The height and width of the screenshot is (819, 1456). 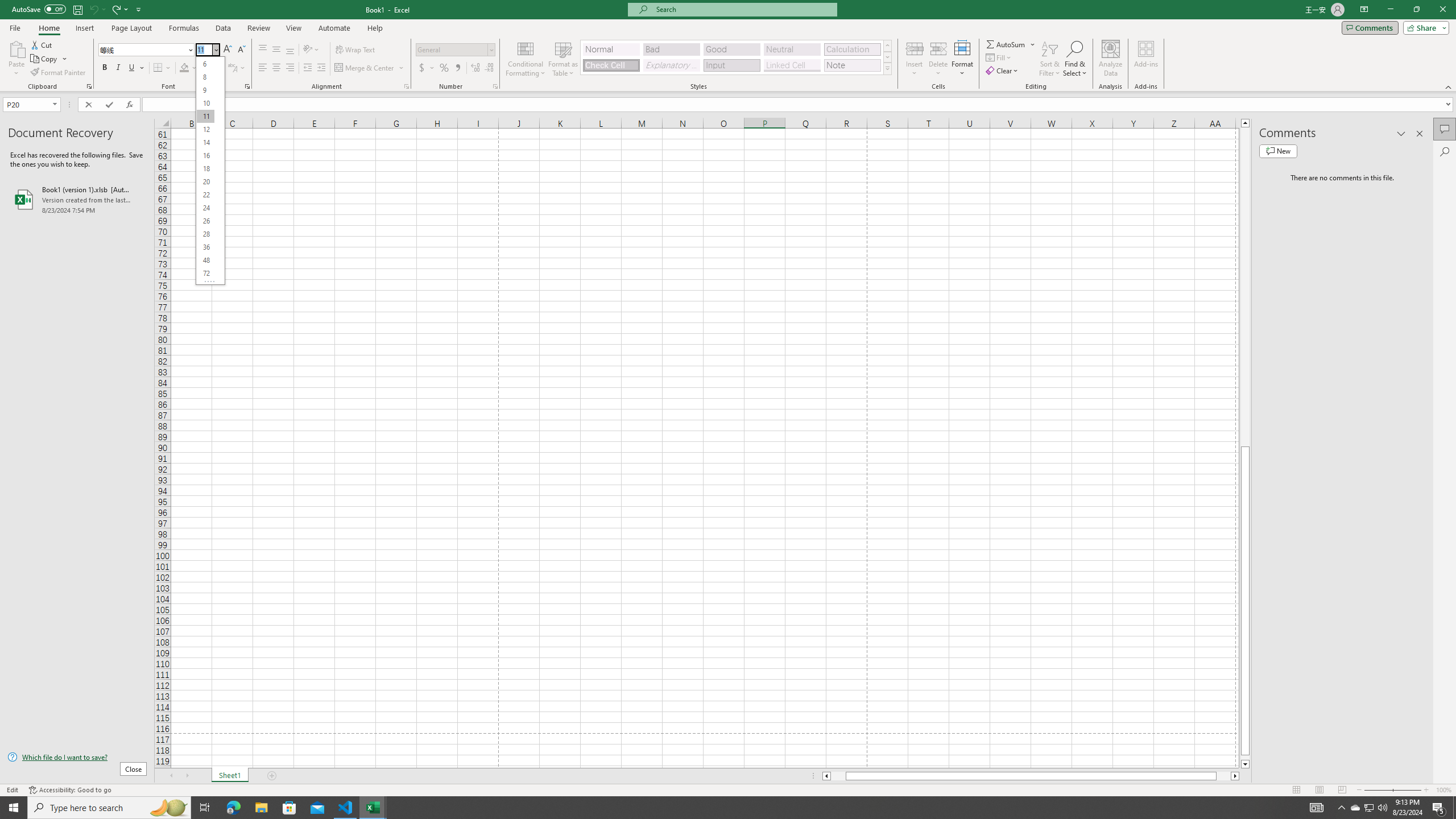 I want to click on 'Italic', so click(x=118, y=67).